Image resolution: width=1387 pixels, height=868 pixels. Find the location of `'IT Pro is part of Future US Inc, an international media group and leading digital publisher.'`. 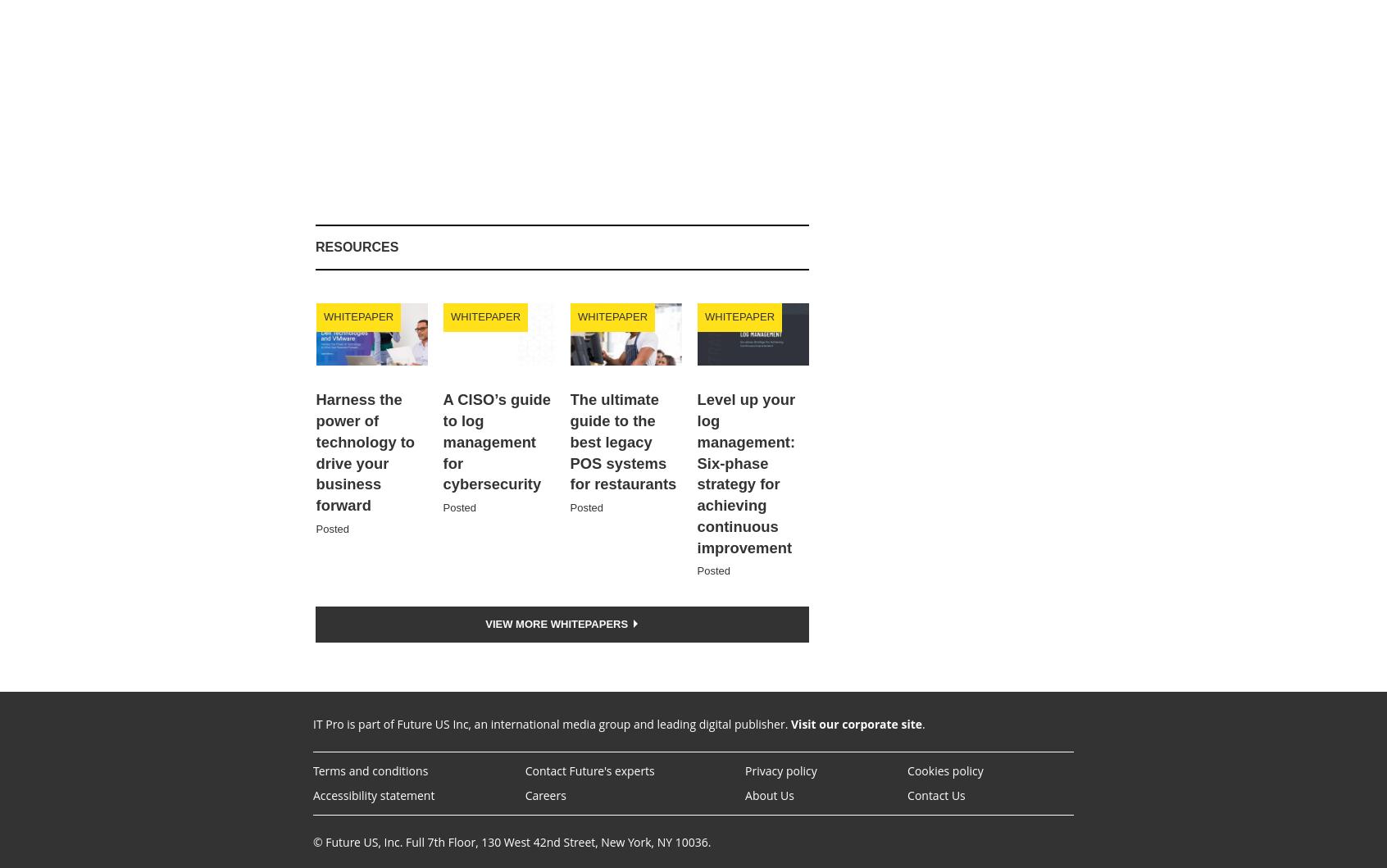

'IT Pro is part of Future US Inc, an international media group and leading digital publisher.' is located at coordinates (552, 724).